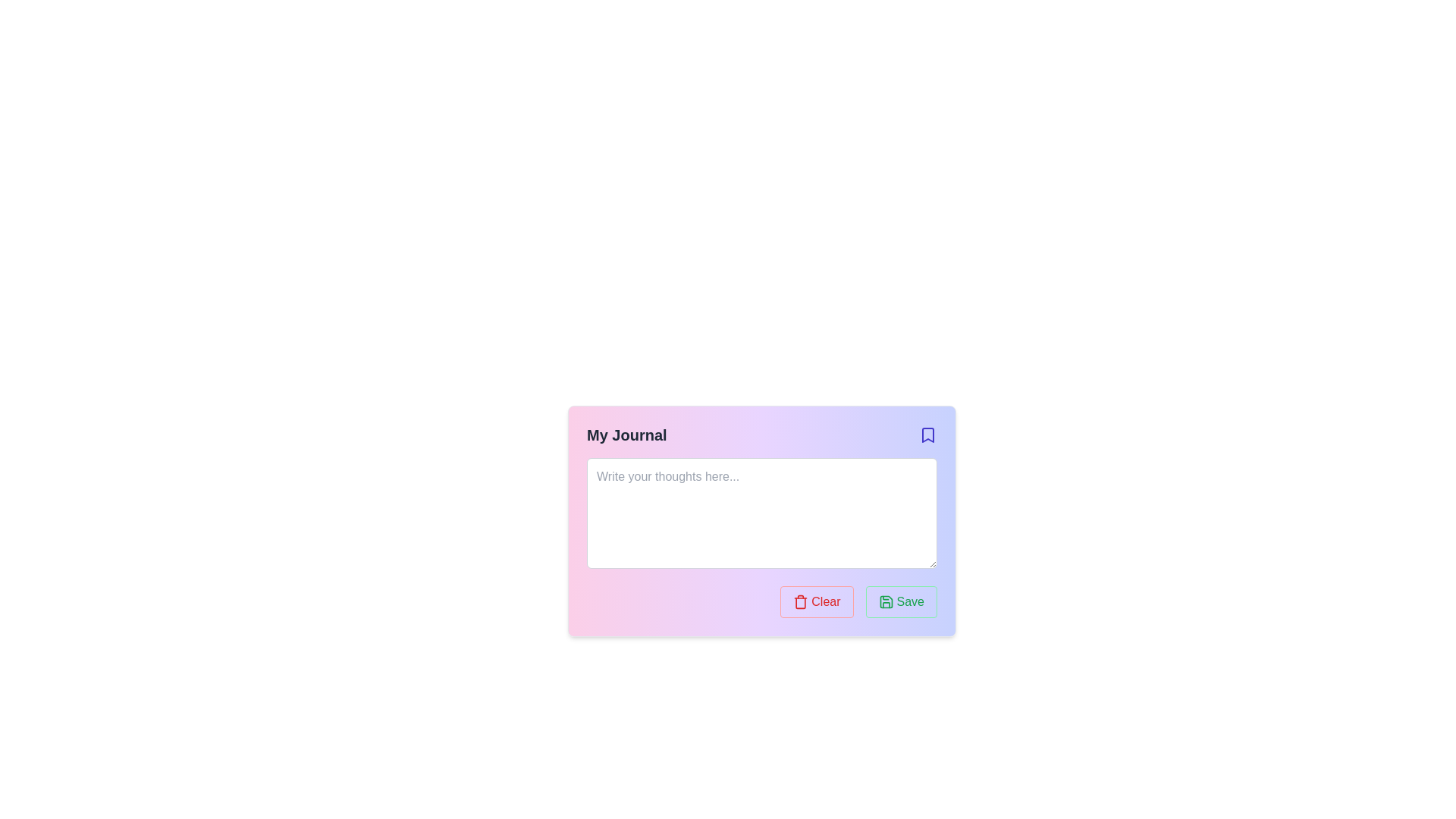  I want to click on the 'Clear' button with red text and a trash bin icon to clear the input field, so click(815, 601).